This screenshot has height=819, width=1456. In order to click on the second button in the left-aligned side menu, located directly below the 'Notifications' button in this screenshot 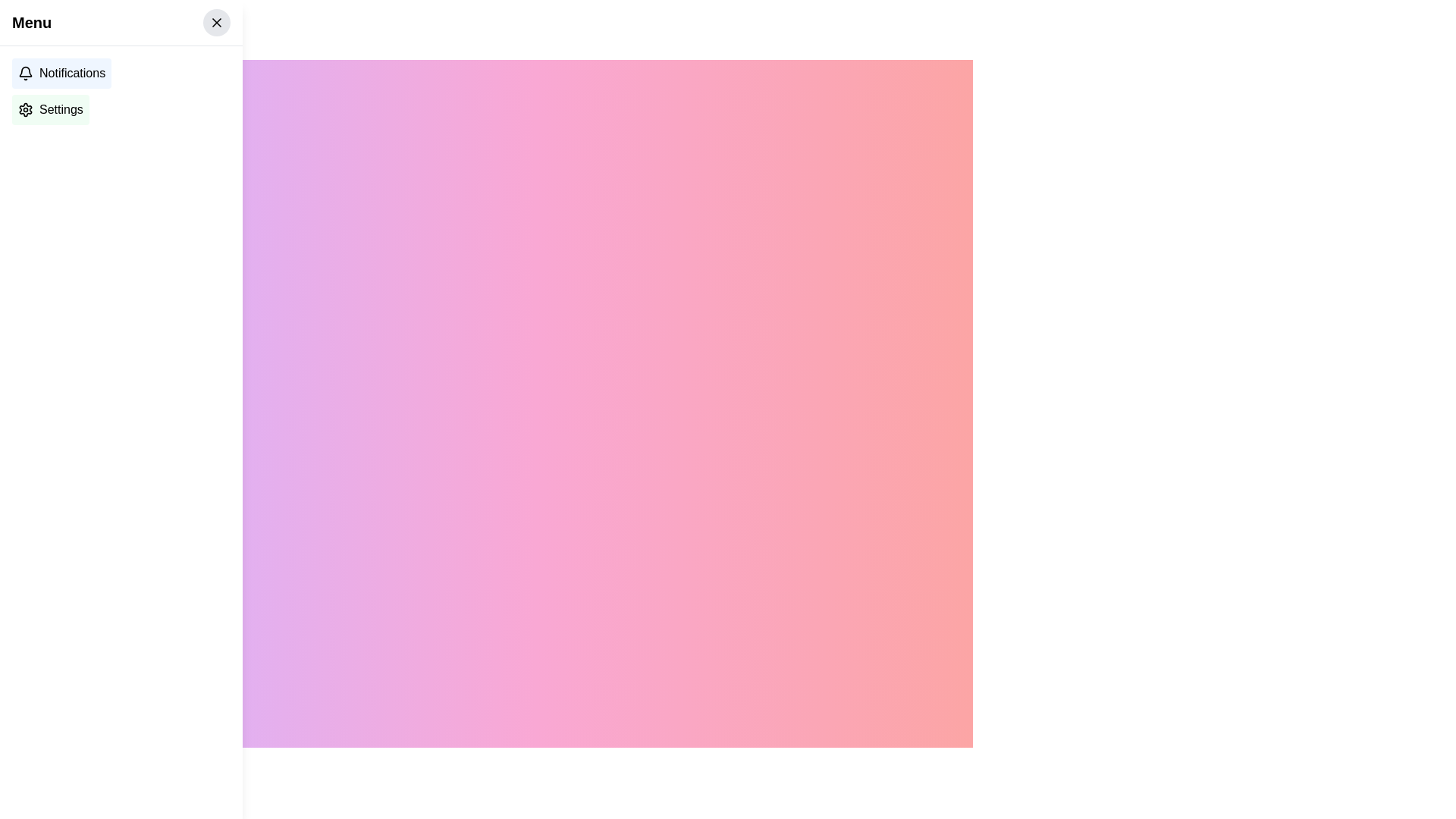, I will do `click(50, 109)`.